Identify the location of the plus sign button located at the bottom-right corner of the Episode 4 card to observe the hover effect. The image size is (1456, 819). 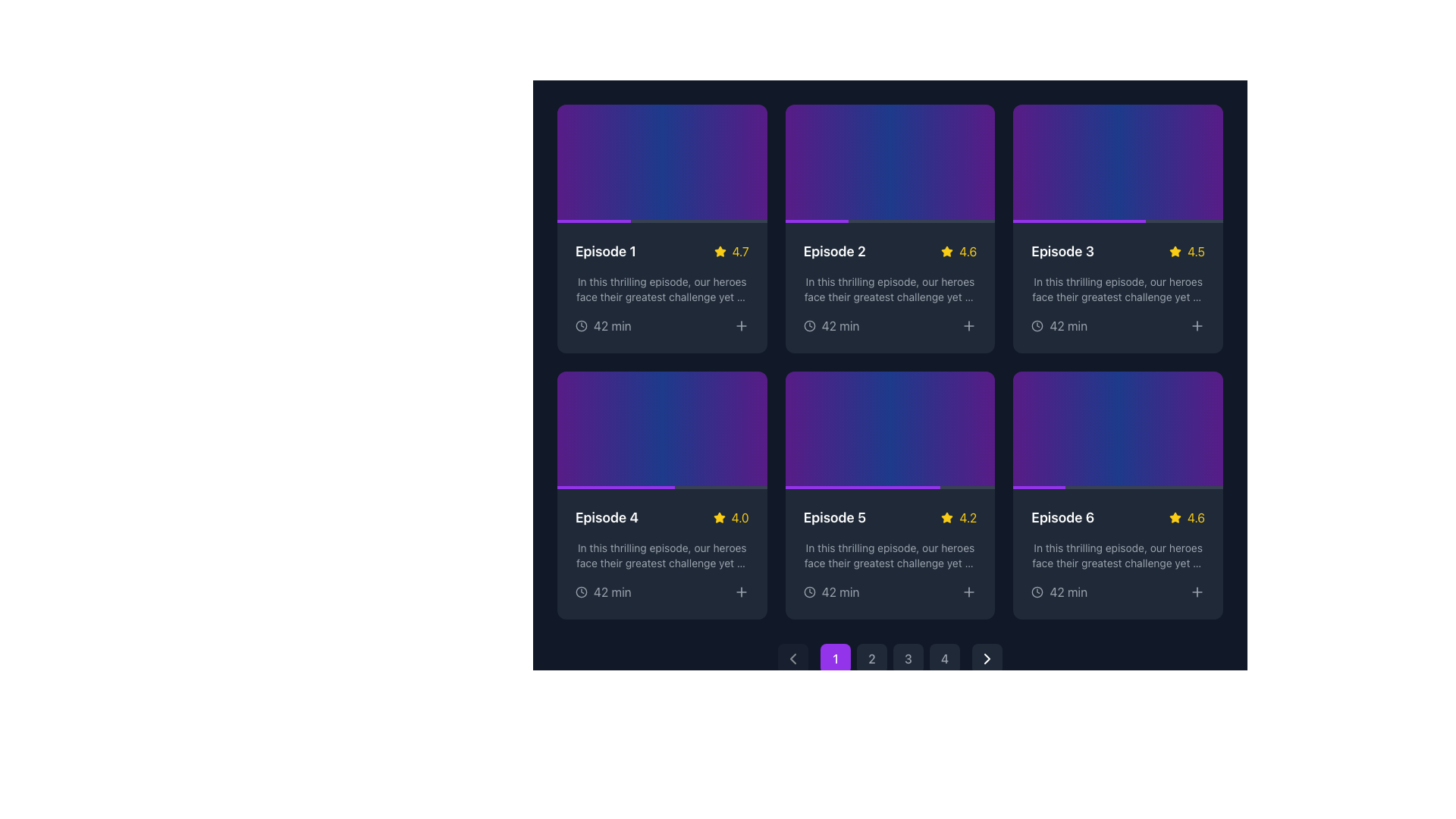
(741, 591).